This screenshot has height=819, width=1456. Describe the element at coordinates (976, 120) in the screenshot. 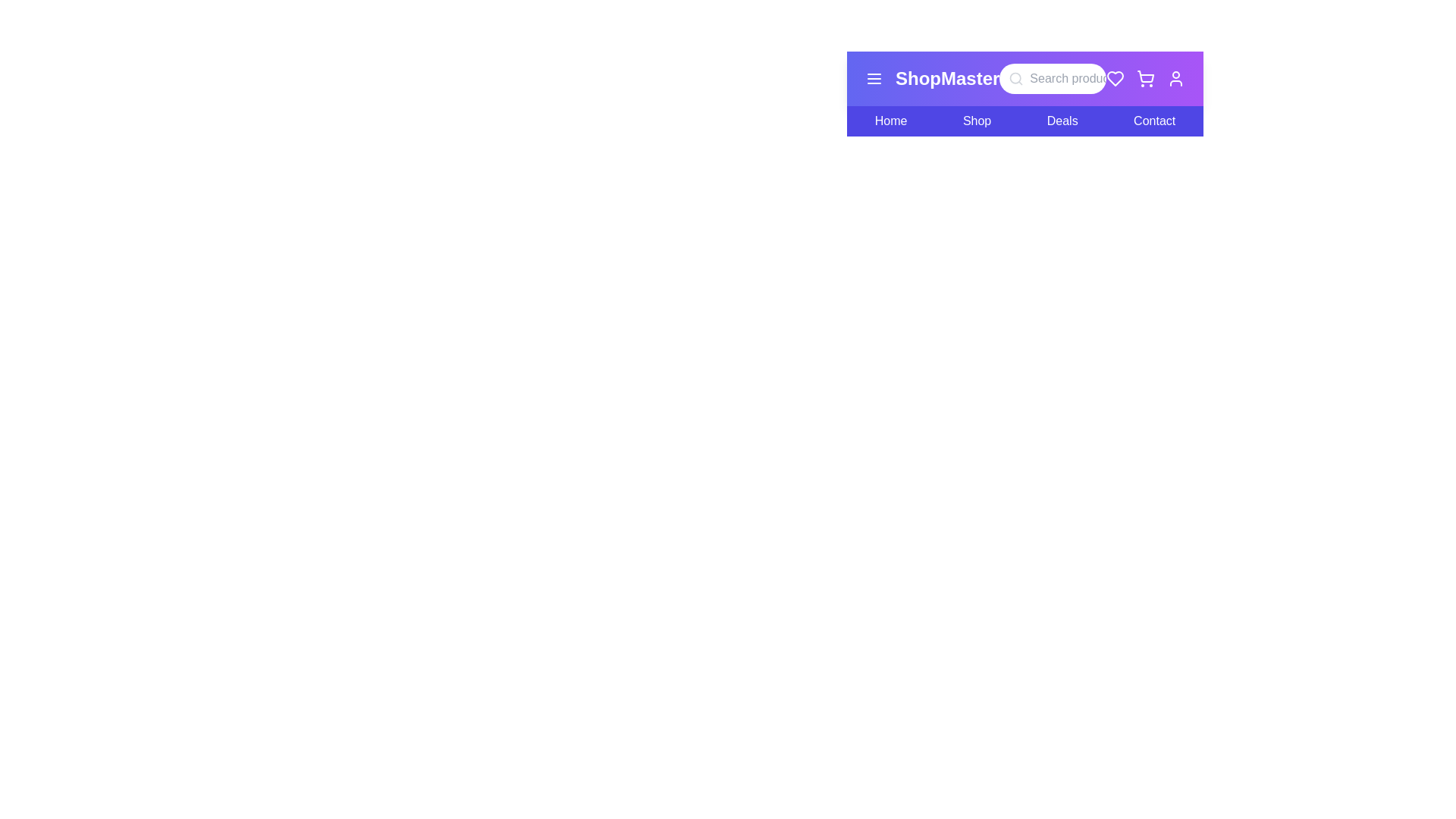

I see `the Shop menu item in the navigation bar` at that location.